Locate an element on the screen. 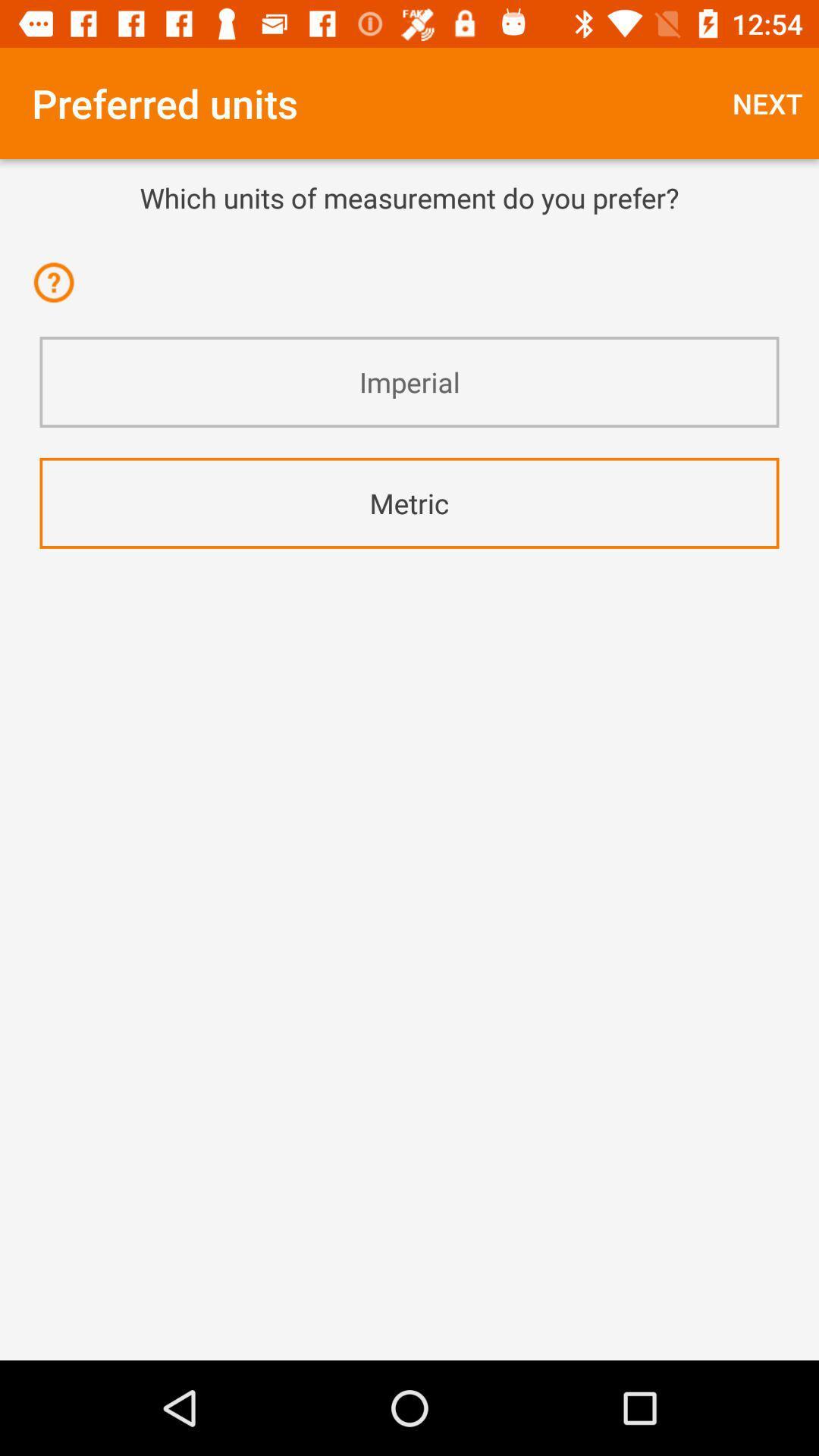 This screenshot has width=819, height=1456. the icon below the imperial app is located at coordinates (409, 503).